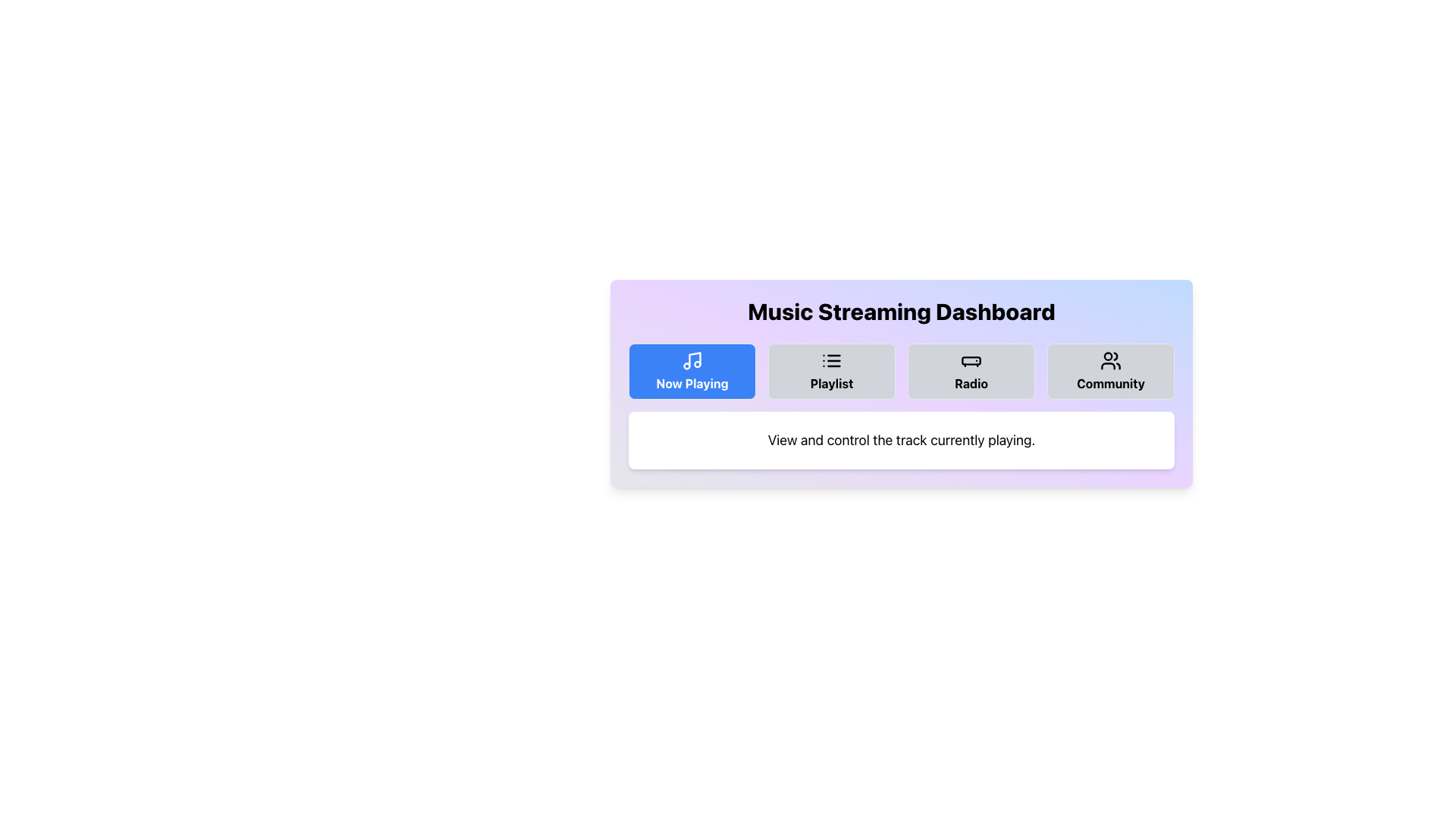 The width and height of the screenshot is (1456, 819). Describe the element at coordinates (691, 360) in the screenshot. I see `the 'Now Playing' button which contains the music note icon styled with a blue background, located in the navigation bar` at that location.